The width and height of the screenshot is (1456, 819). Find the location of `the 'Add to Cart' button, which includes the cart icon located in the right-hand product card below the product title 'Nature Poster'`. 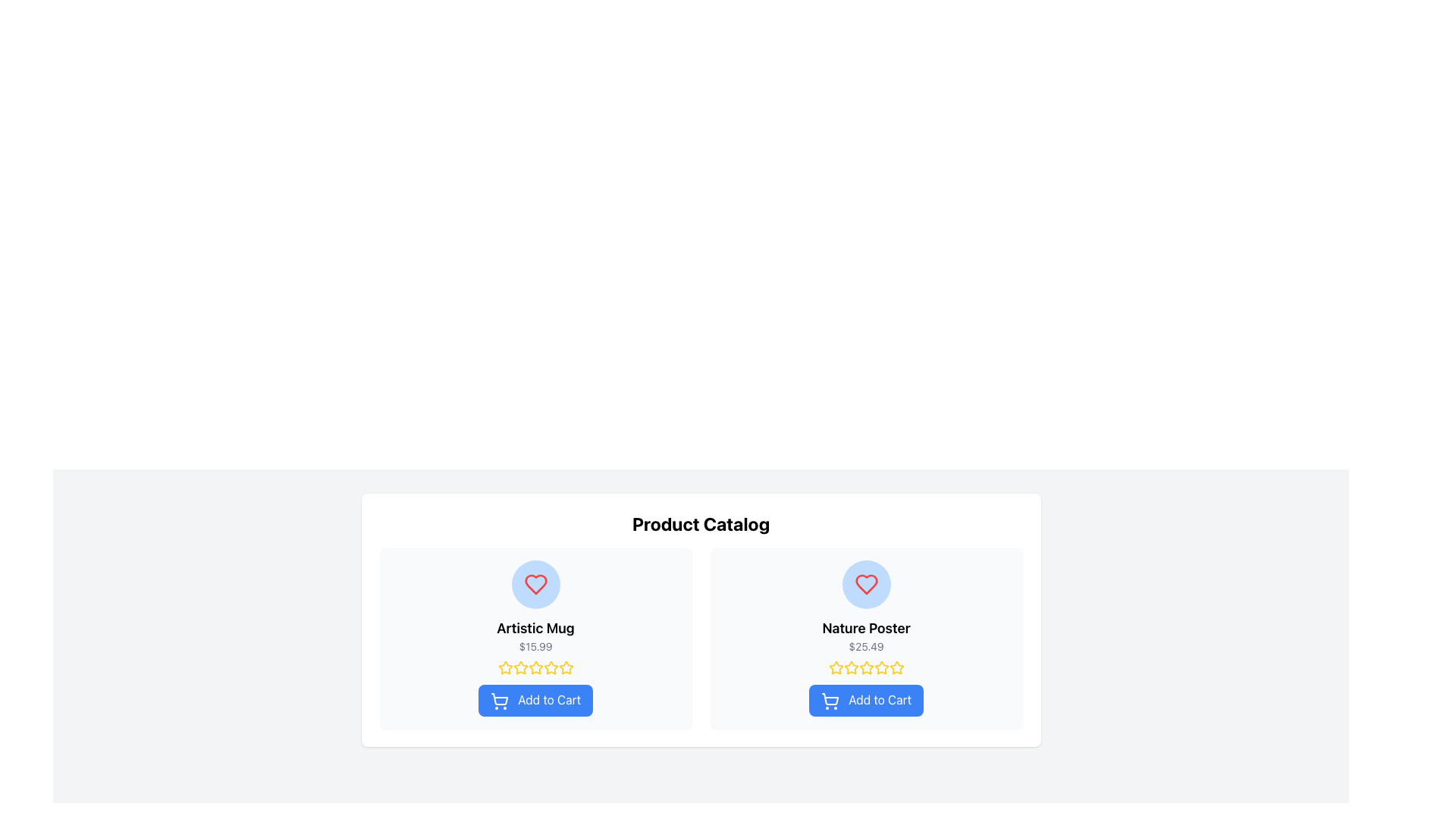

the 'Add to Cart' button, which includes the cart icon located in the right-hand product card below the product title 'Nature Poster' is located at coordinates (829, 698).